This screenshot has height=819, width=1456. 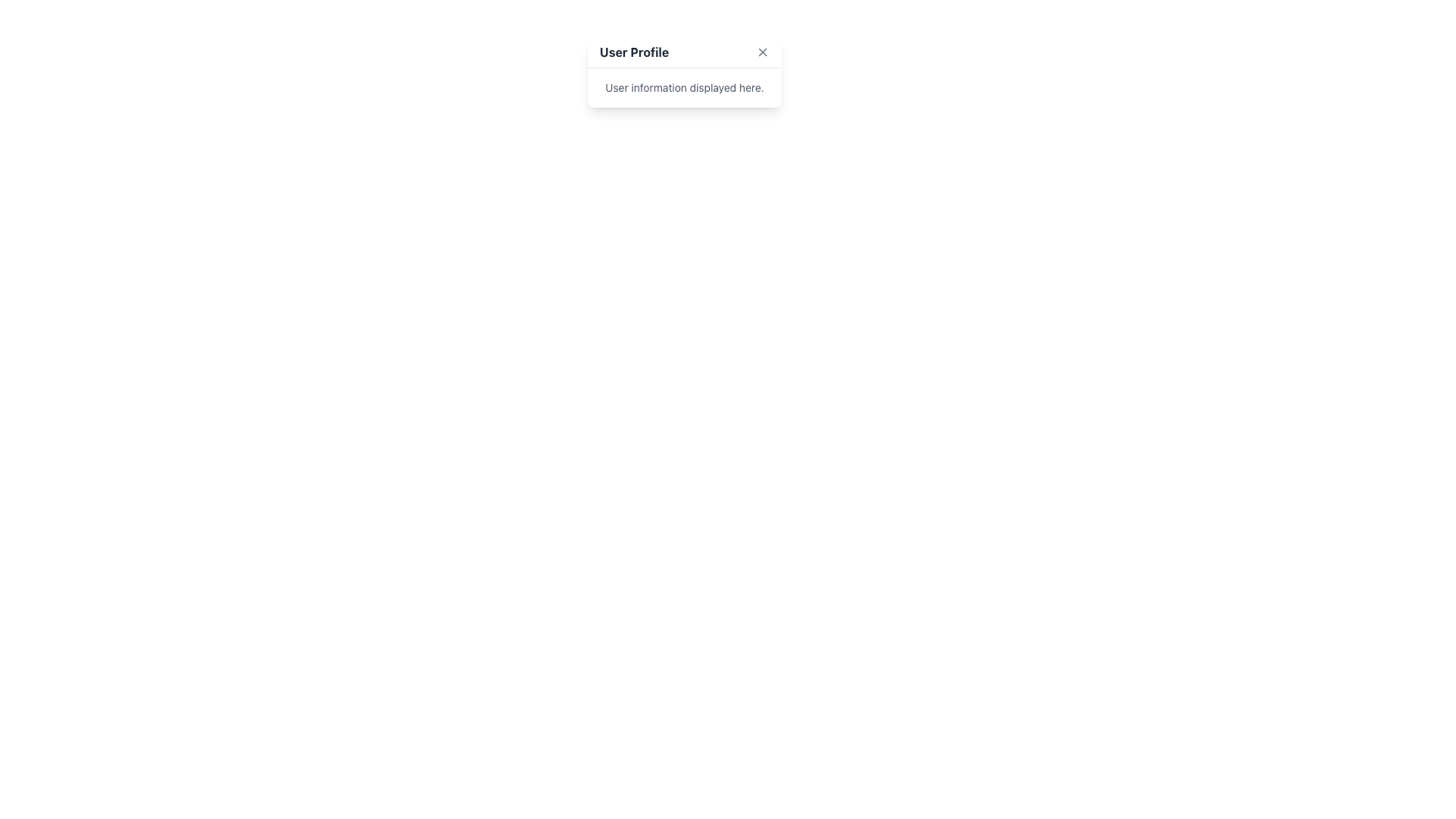 What do you see at coordinates (683, 87) in the screenshot?
I see `the static text display that reads 'User information displayed here.' located below the 'User Profile' title` at bounding box center [683, 87].